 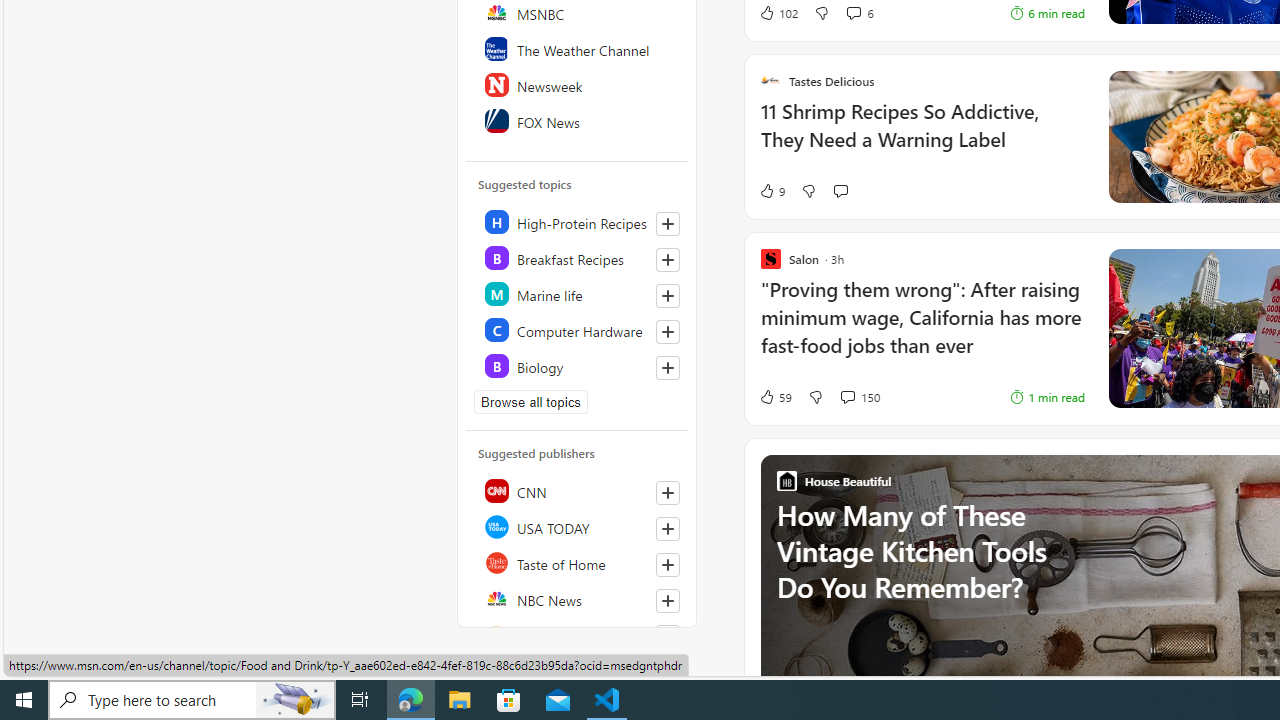 What do you see at coordinates (853, 12) in the screenshot?
I see `'View comments 6 Comment'` at bounding box center [853, 12].